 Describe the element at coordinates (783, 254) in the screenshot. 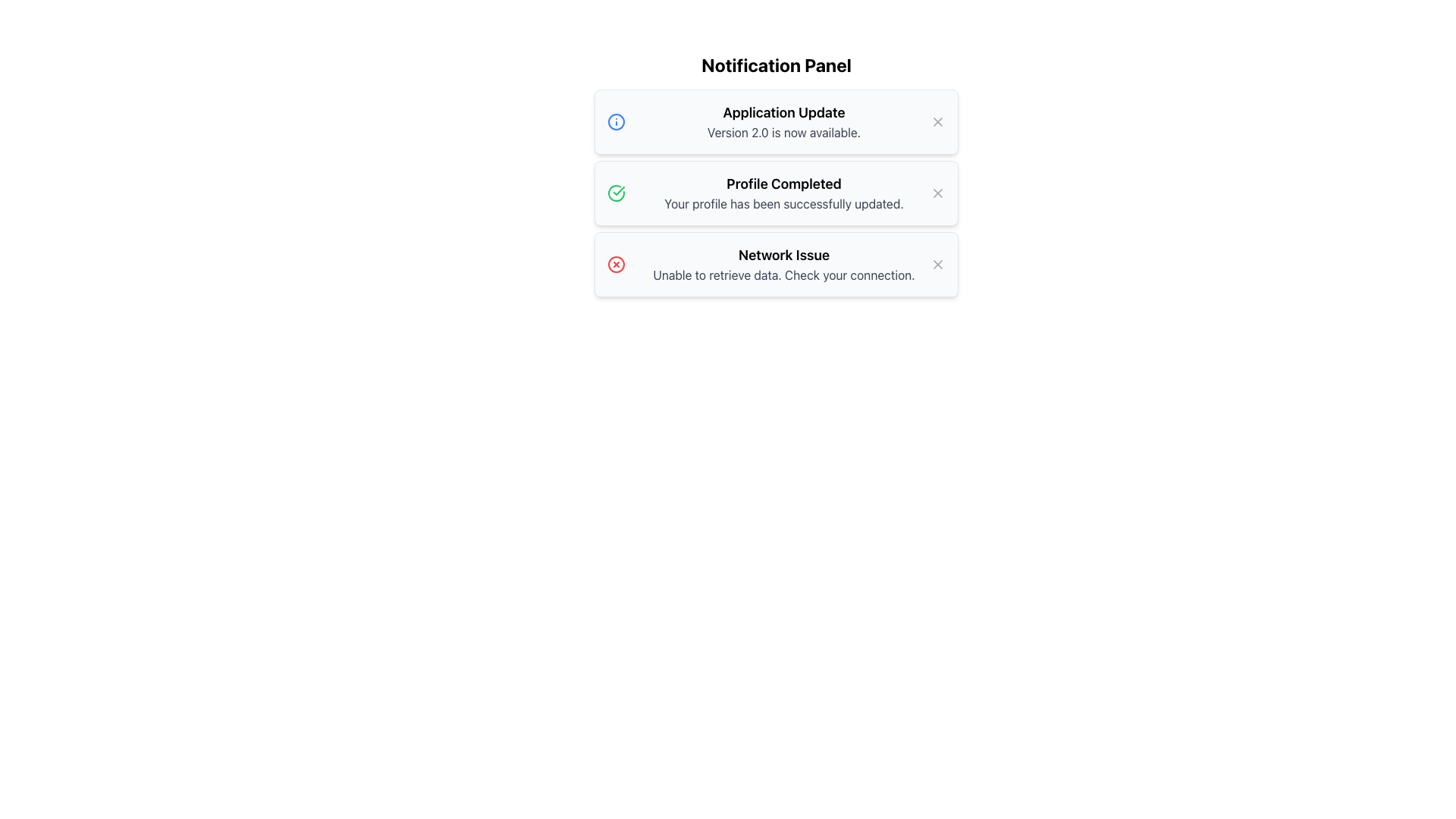

I see `text label 'Network Issue' located in the third notification box from the top in the notification panel, positioned above the supporting text 'Unable to retrieve data. Check your connection.'` at that location.